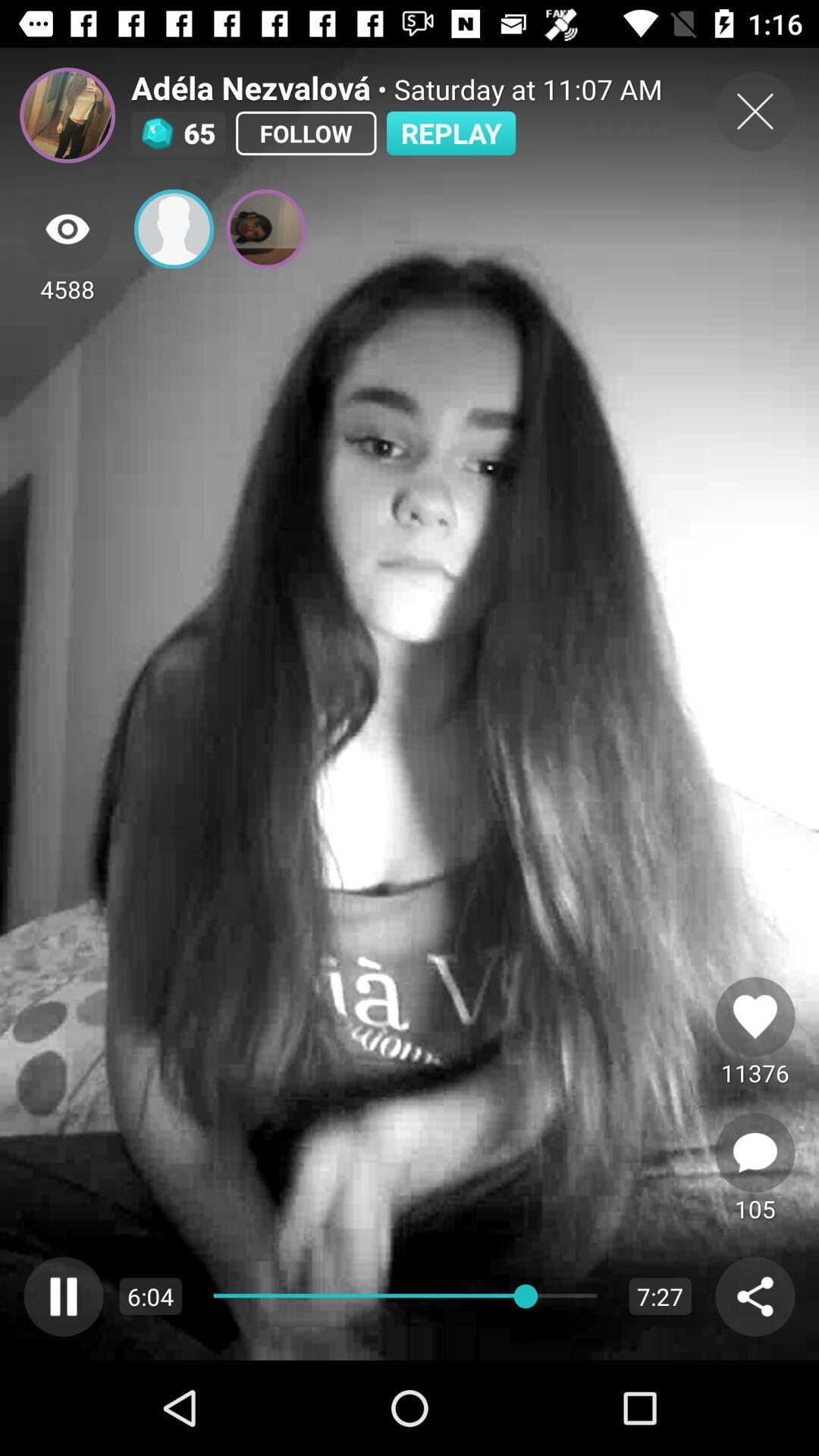 The image size is (819, 1456). I want to click on the close icon, so click(755, 111).